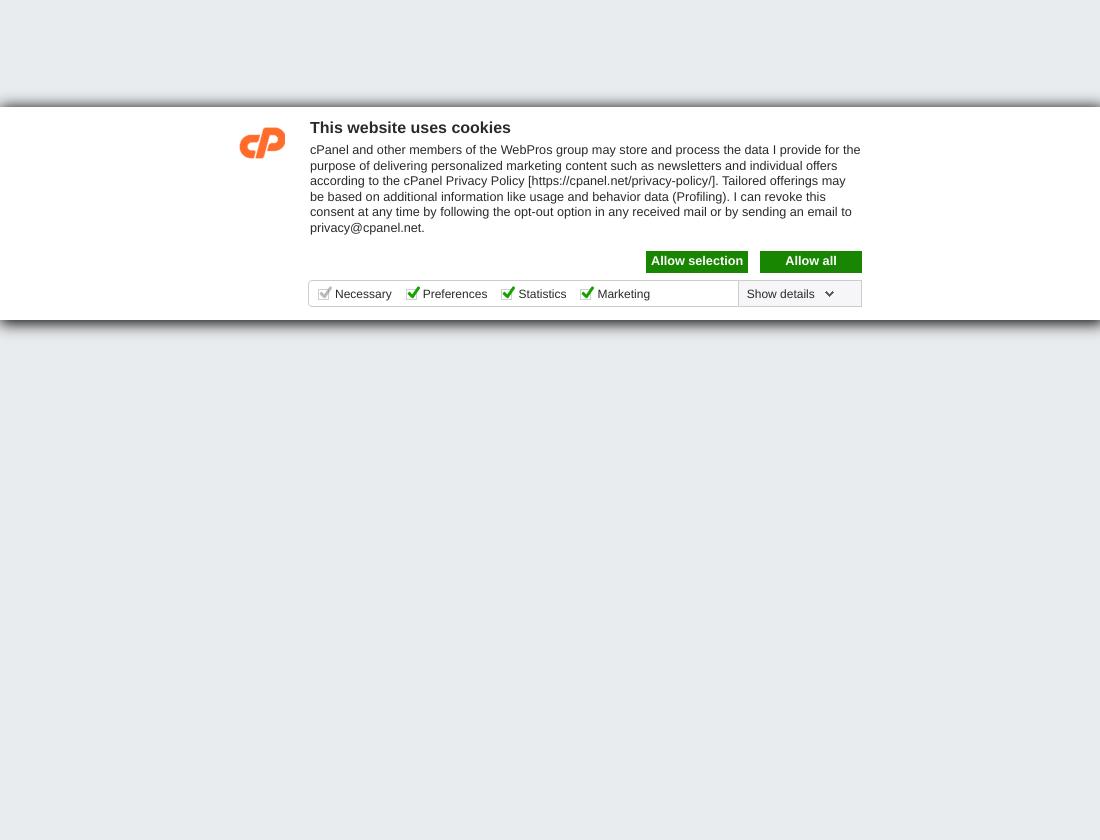 Image resolution: width=1100 pixels, height=840 pixels. I want to click on 'cPanel & WHM Trial', so click(25, 393).